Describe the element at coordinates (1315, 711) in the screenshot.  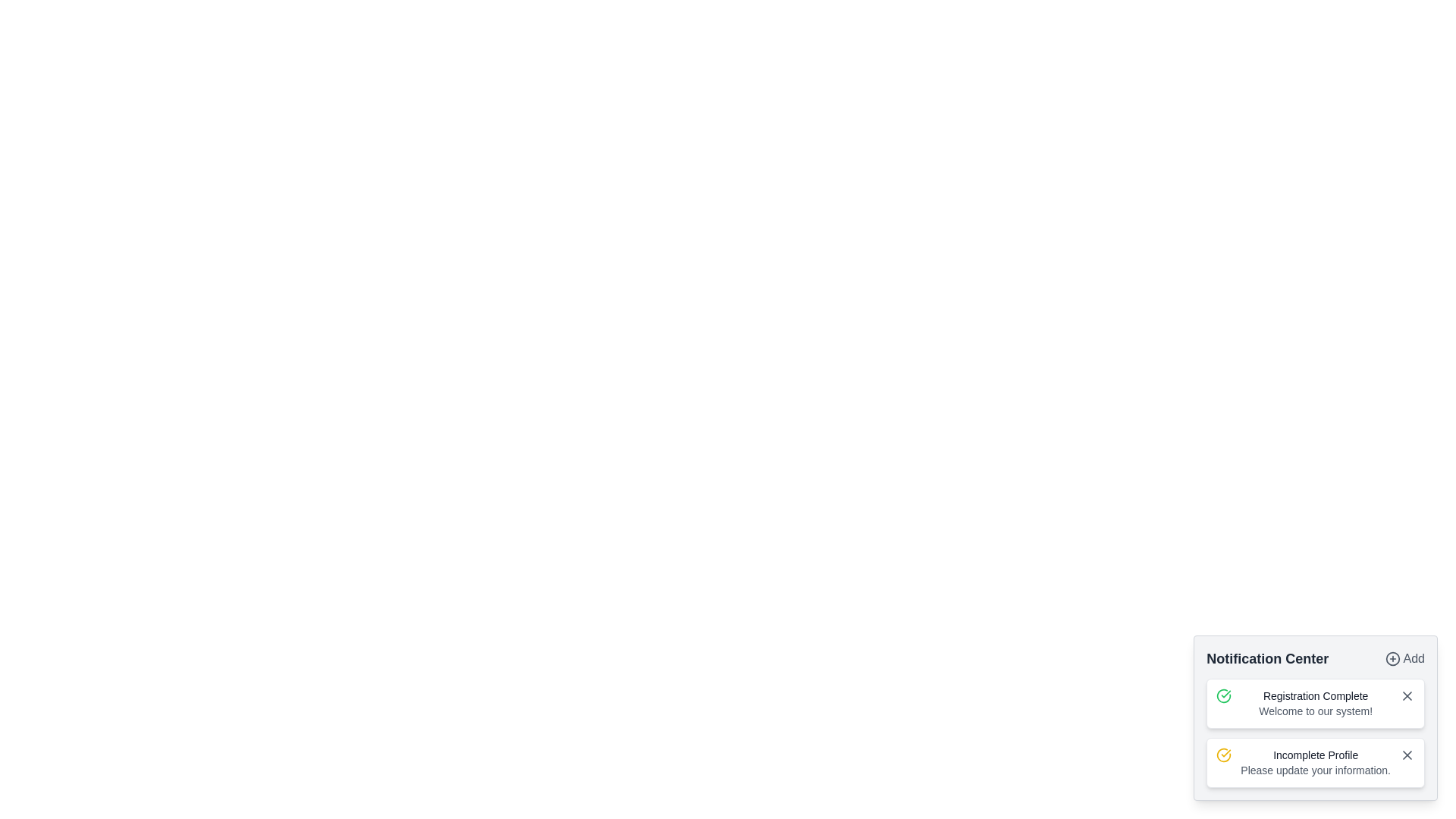
I see `the welcoming message text label located in the Notification Center, which is the second line of text beneath 'Registration Complete'` at that location.